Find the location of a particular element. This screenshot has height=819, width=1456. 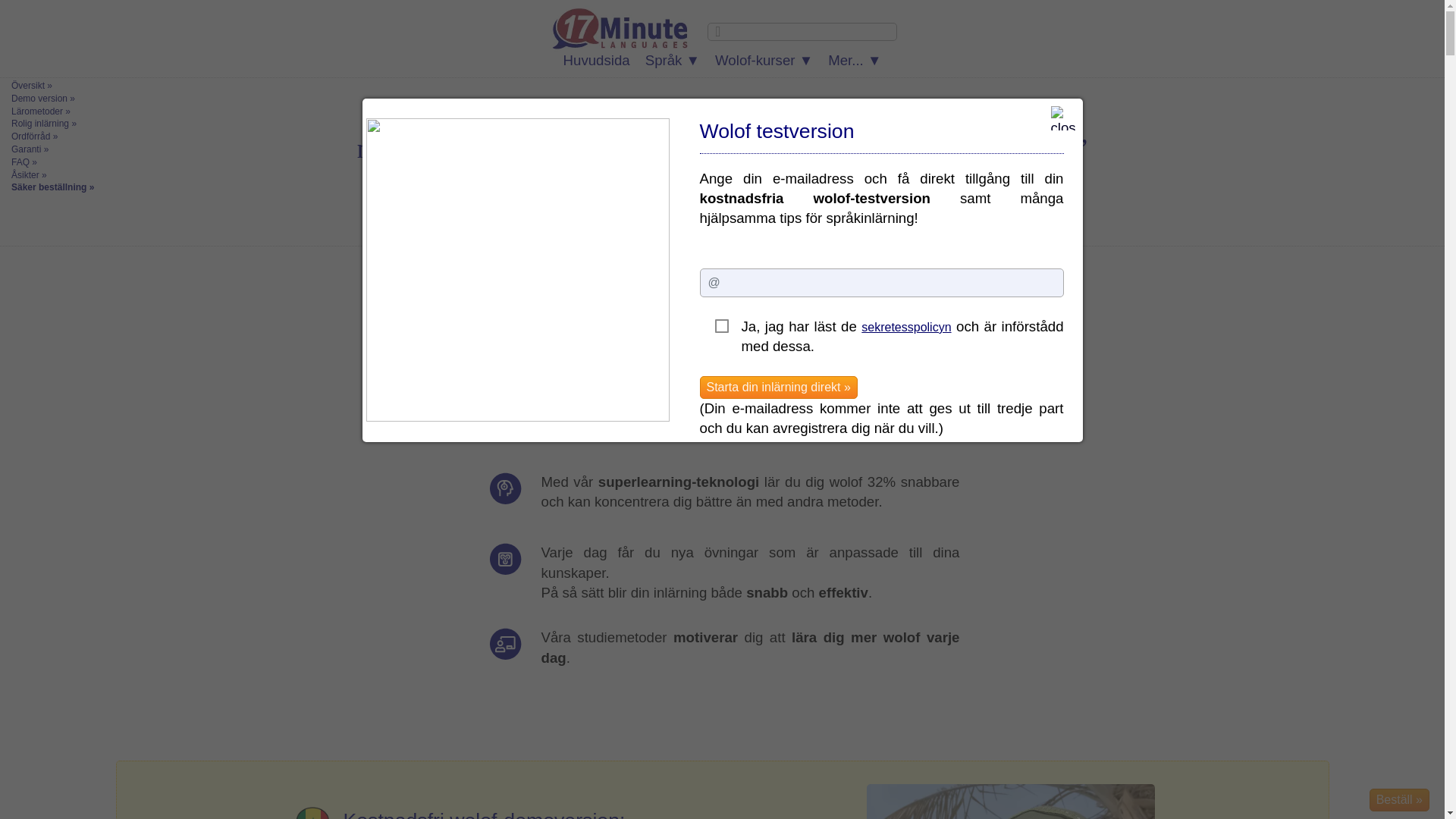

'Wolof-kurser' is located at coordinates (764, 60).